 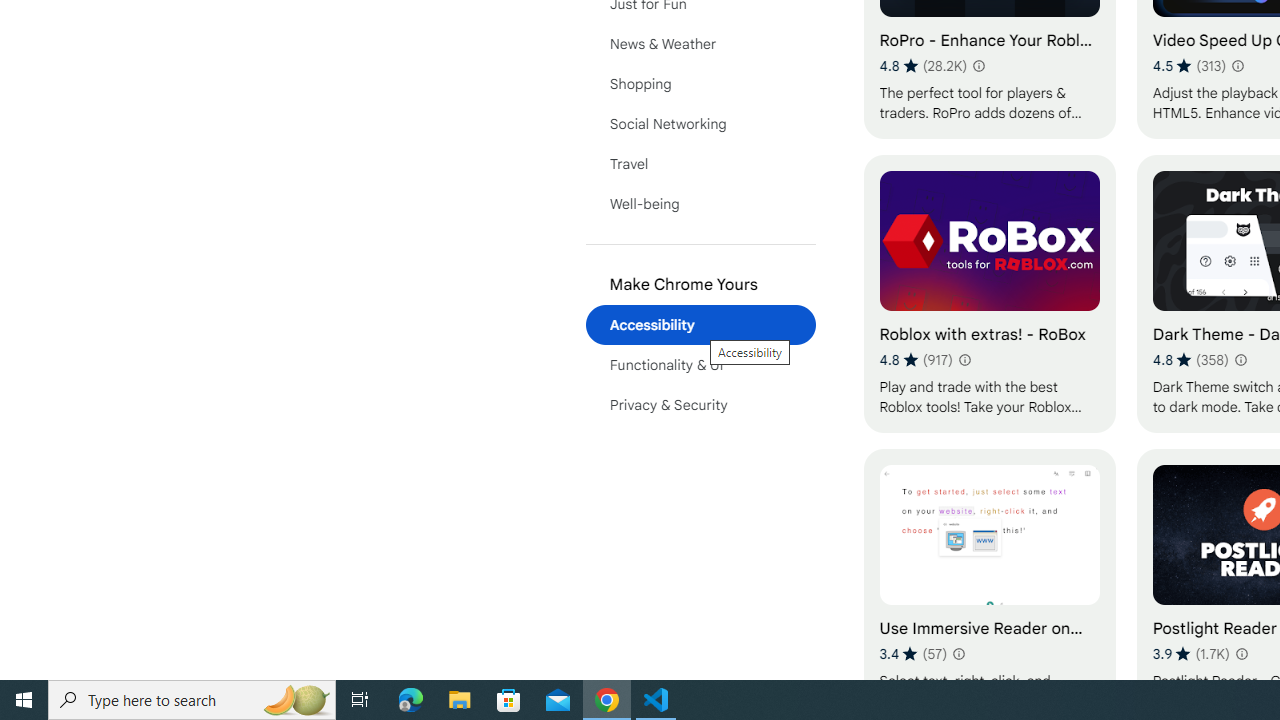 I want to click on 'News & Weather', so click(x=700, y=43).